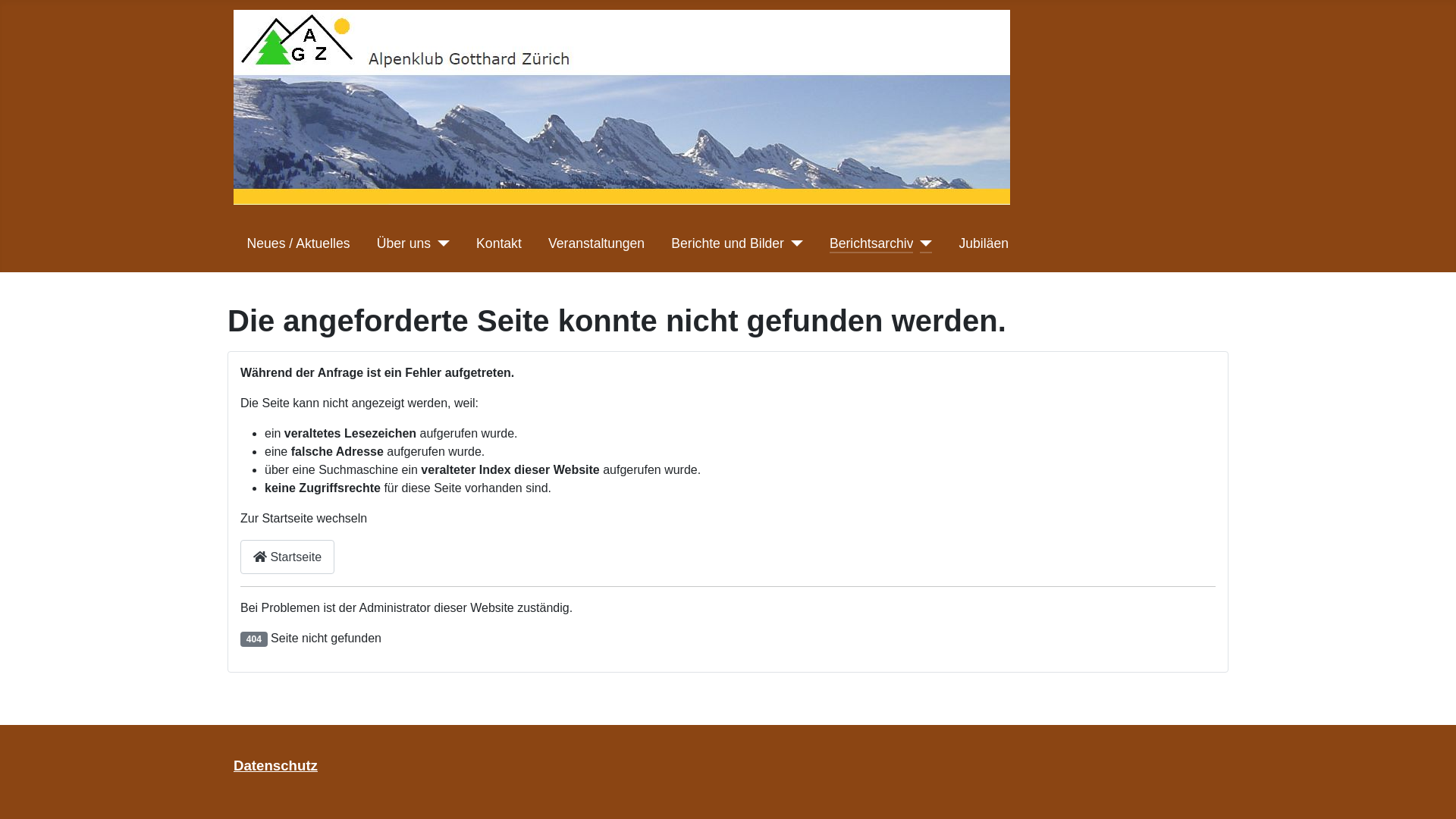  Describe the element at coordinates (498, 242) in the screenshot. I see `'Kontakt'` at that location.